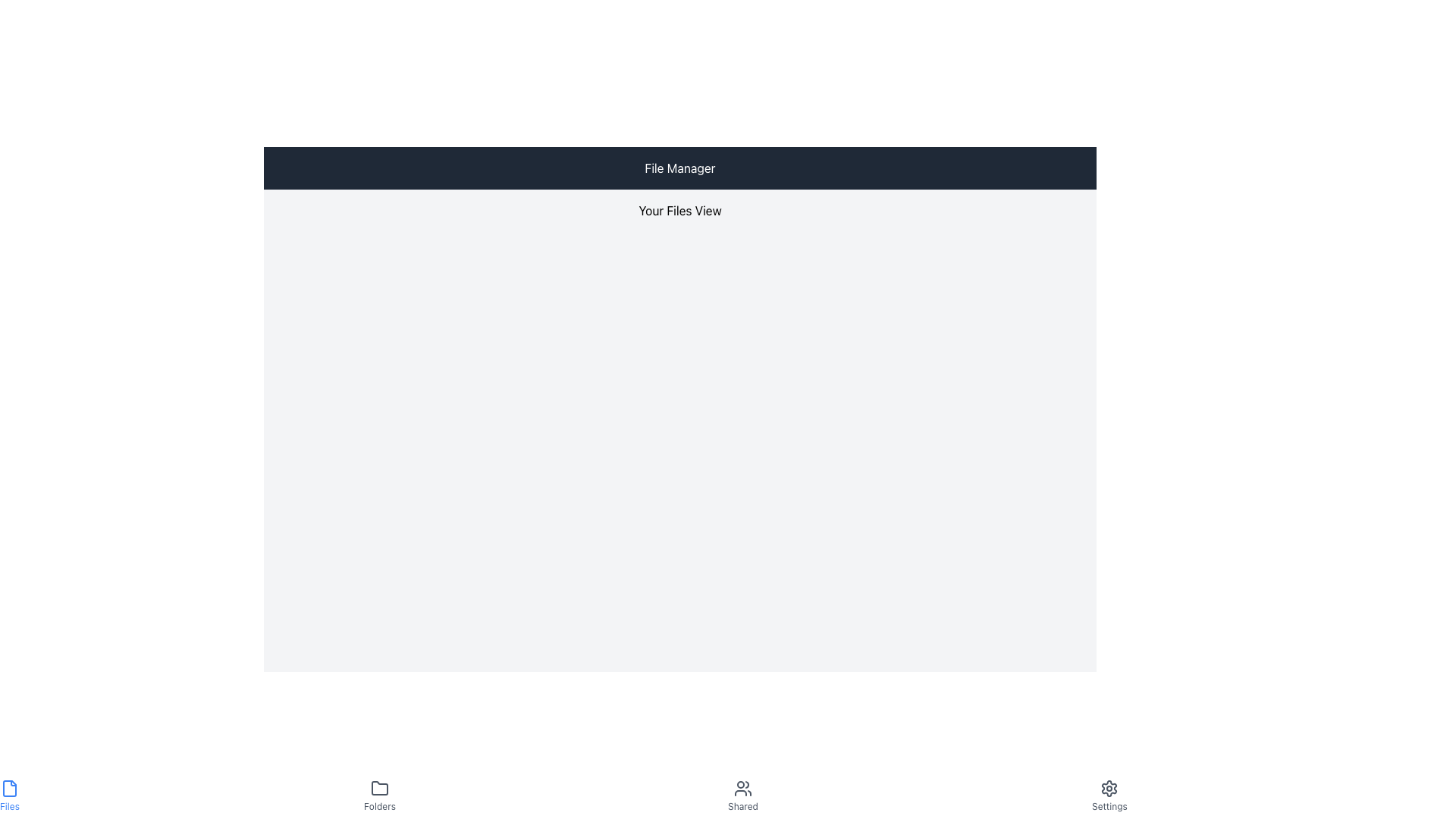 This screenshot has width=1456, height=819. Describe the element at coordinates (742, 788) in the screenshot. I see `the navigation icon for accessing the 'Shared' section of the application` at that location.